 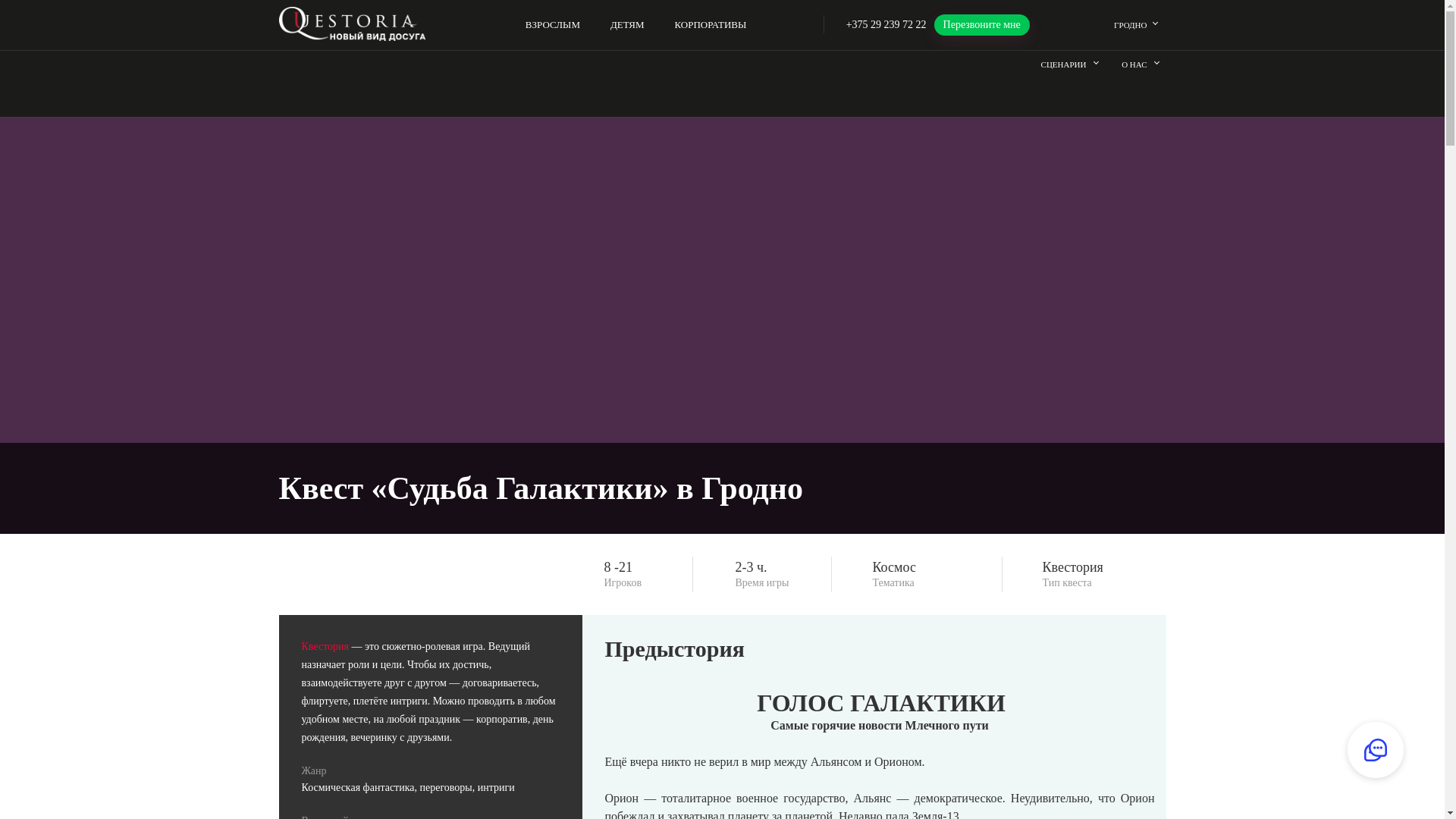 What do you see at coordinates (886, 24) in the screenshot?
I see `'+375 29 239 72 22'` at bounding box center [886, 24].